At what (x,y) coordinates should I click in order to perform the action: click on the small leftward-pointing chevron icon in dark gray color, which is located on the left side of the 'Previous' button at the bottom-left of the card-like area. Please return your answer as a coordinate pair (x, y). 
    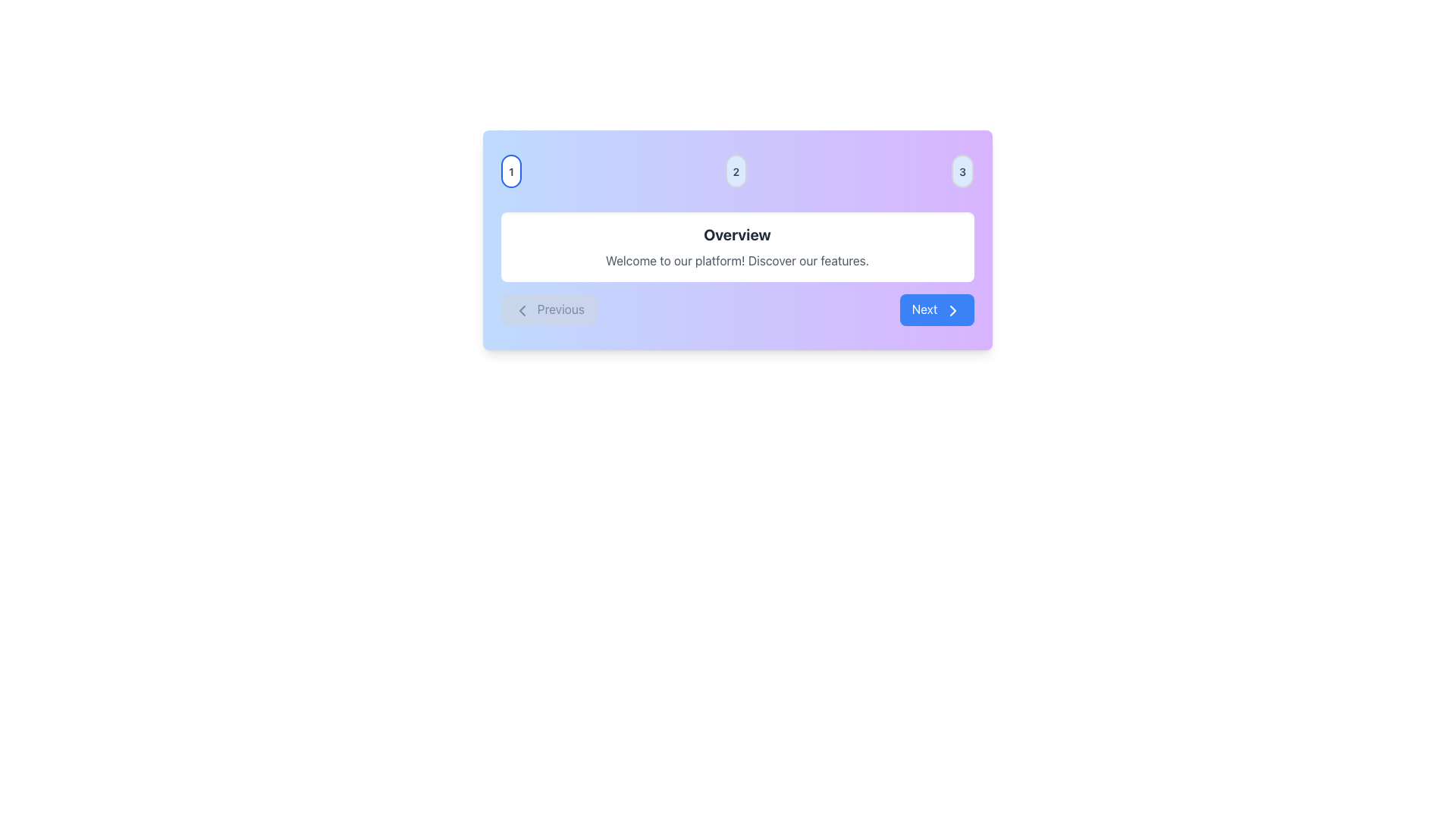
    Looking at the image, I should click on (522, 309).